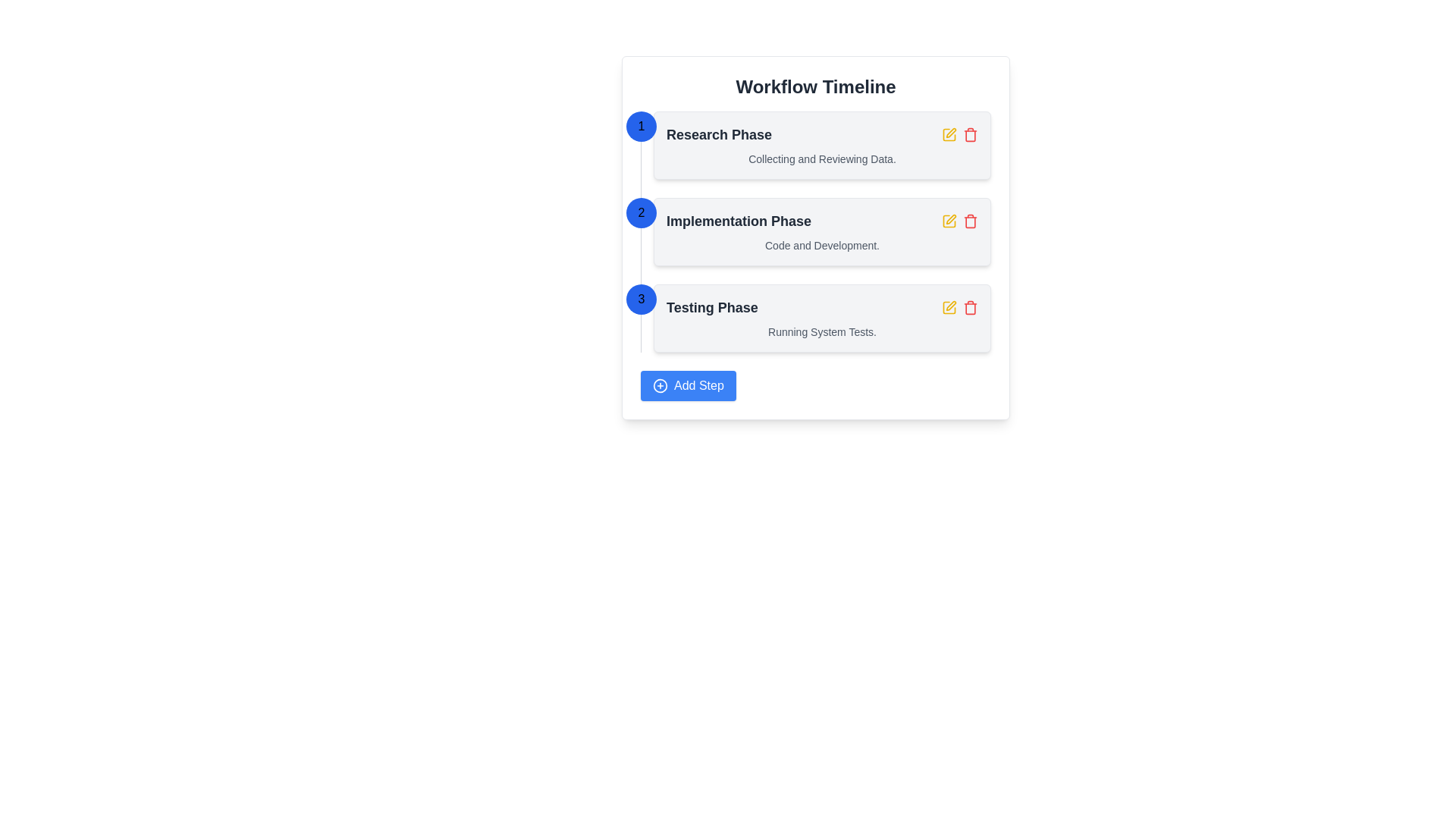 The image size is (1456, 819). Describe the element at coordinates (641, 299) in the screenshot. I see `the Step Indicator Icon marked with the number '3'` at that location.